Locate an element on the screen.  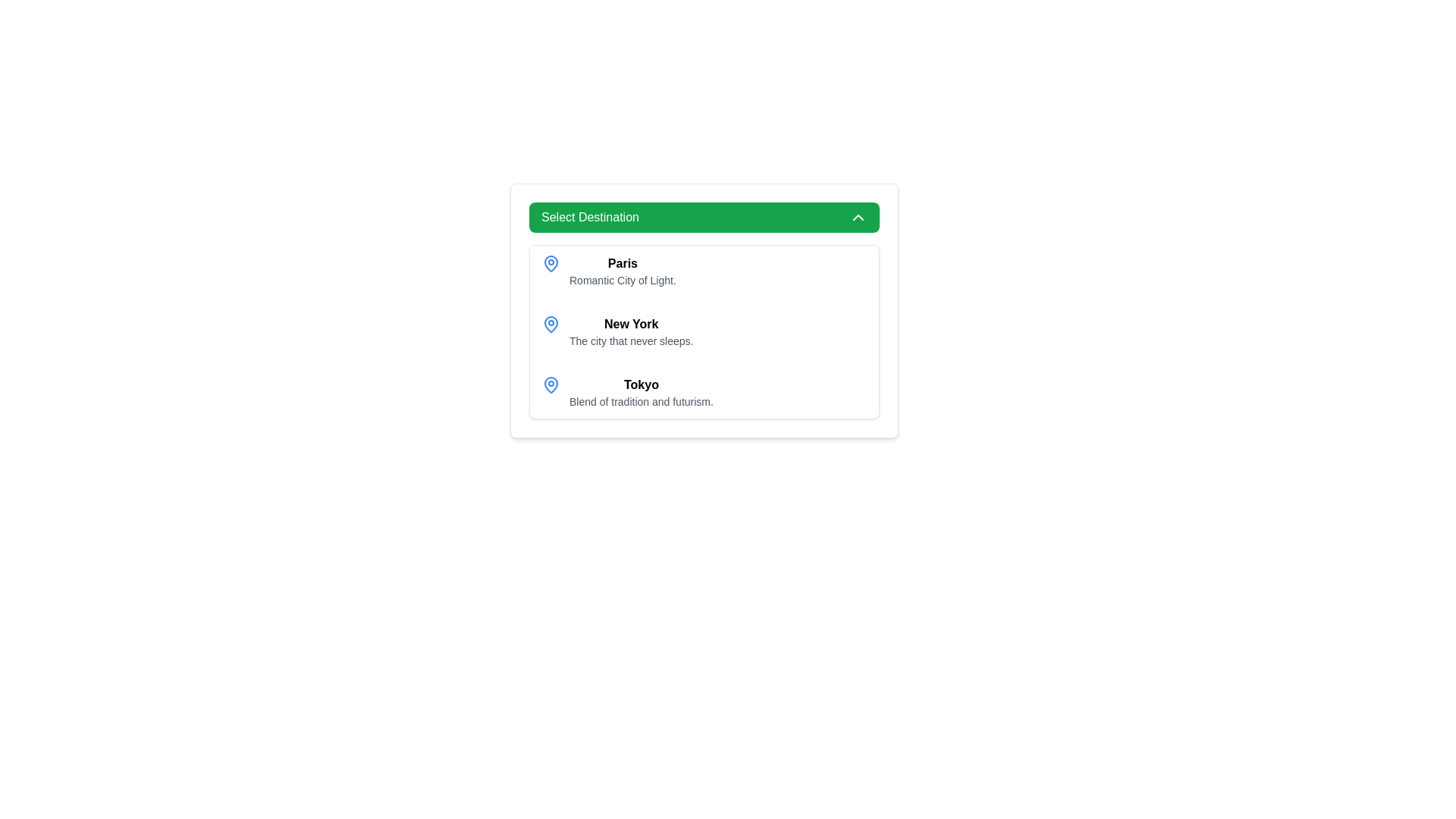
the location marker icon for the city 'New York' in the dropdown menu is located at coordinates (550, 324).